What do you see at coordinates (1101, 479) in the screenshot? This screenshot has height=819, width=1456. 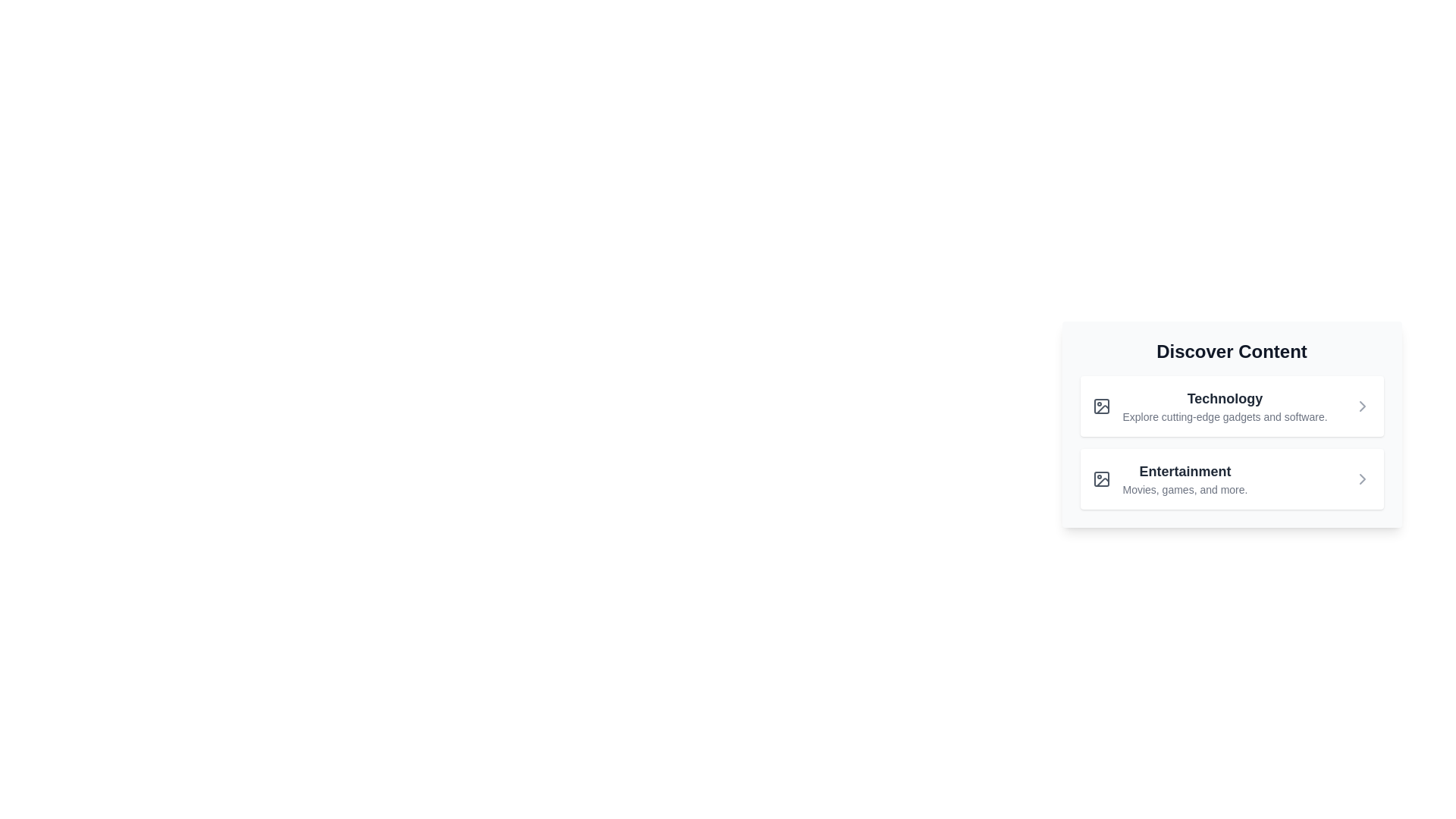 I see `the larger rectangular Vector graphic component within the 'Entertainment' SVG icon, which serves as the background of the icon design` at bounding box center [1101, 479].